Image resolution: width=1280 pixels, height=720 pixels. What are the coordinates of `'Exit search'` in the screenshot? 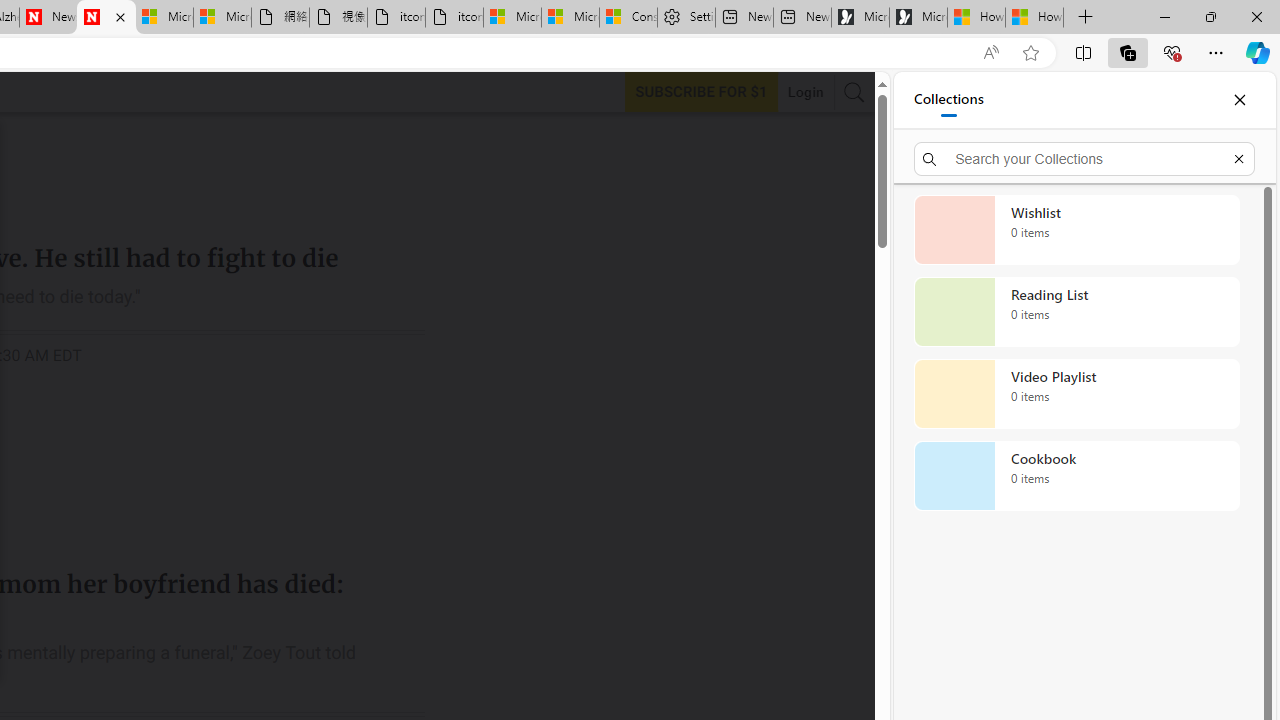 It's located at (1238, 158).